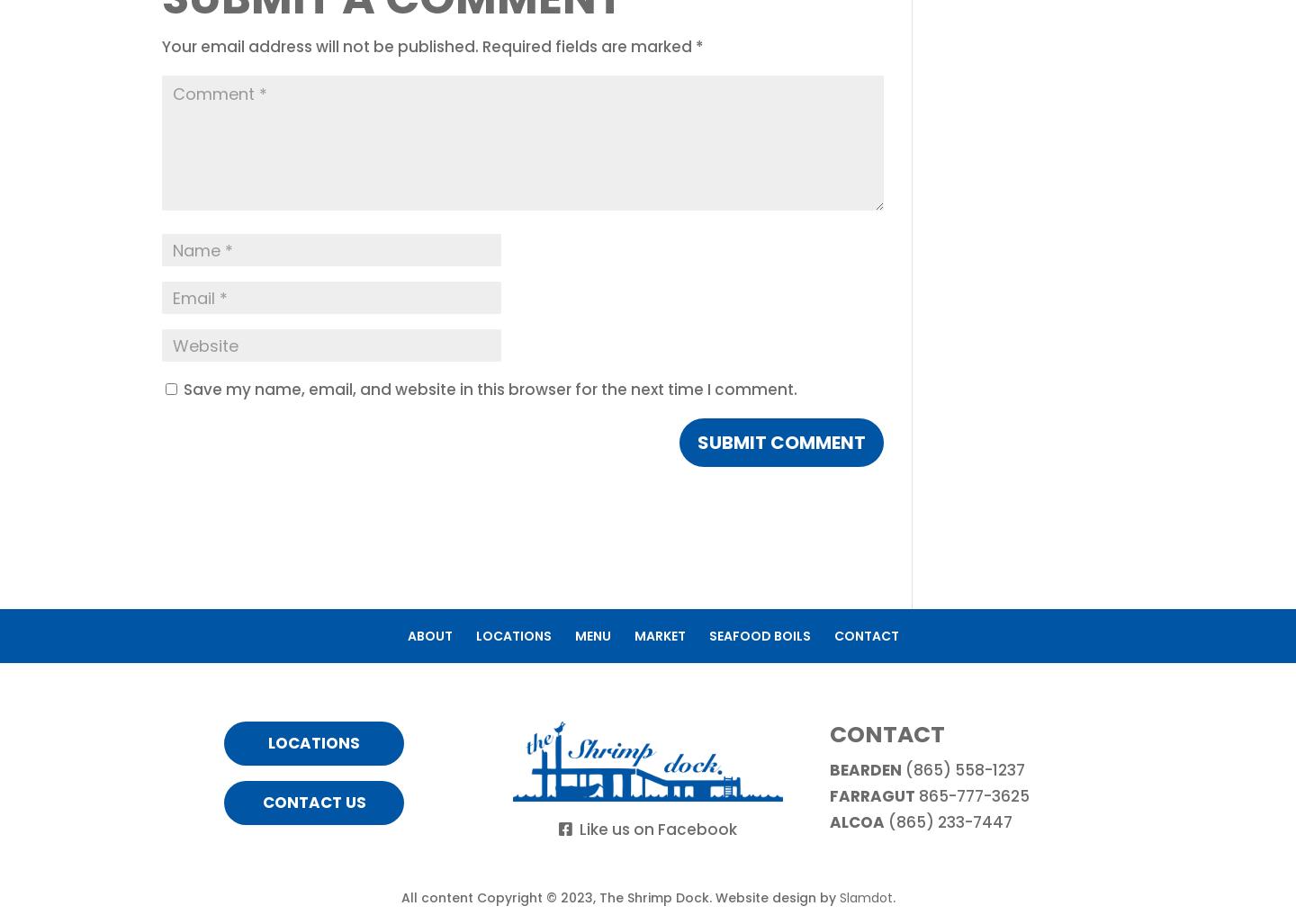  Describe the element at coordinates (654, 830) in the screenshot. I see `'Like us on Facebook'` at that location.